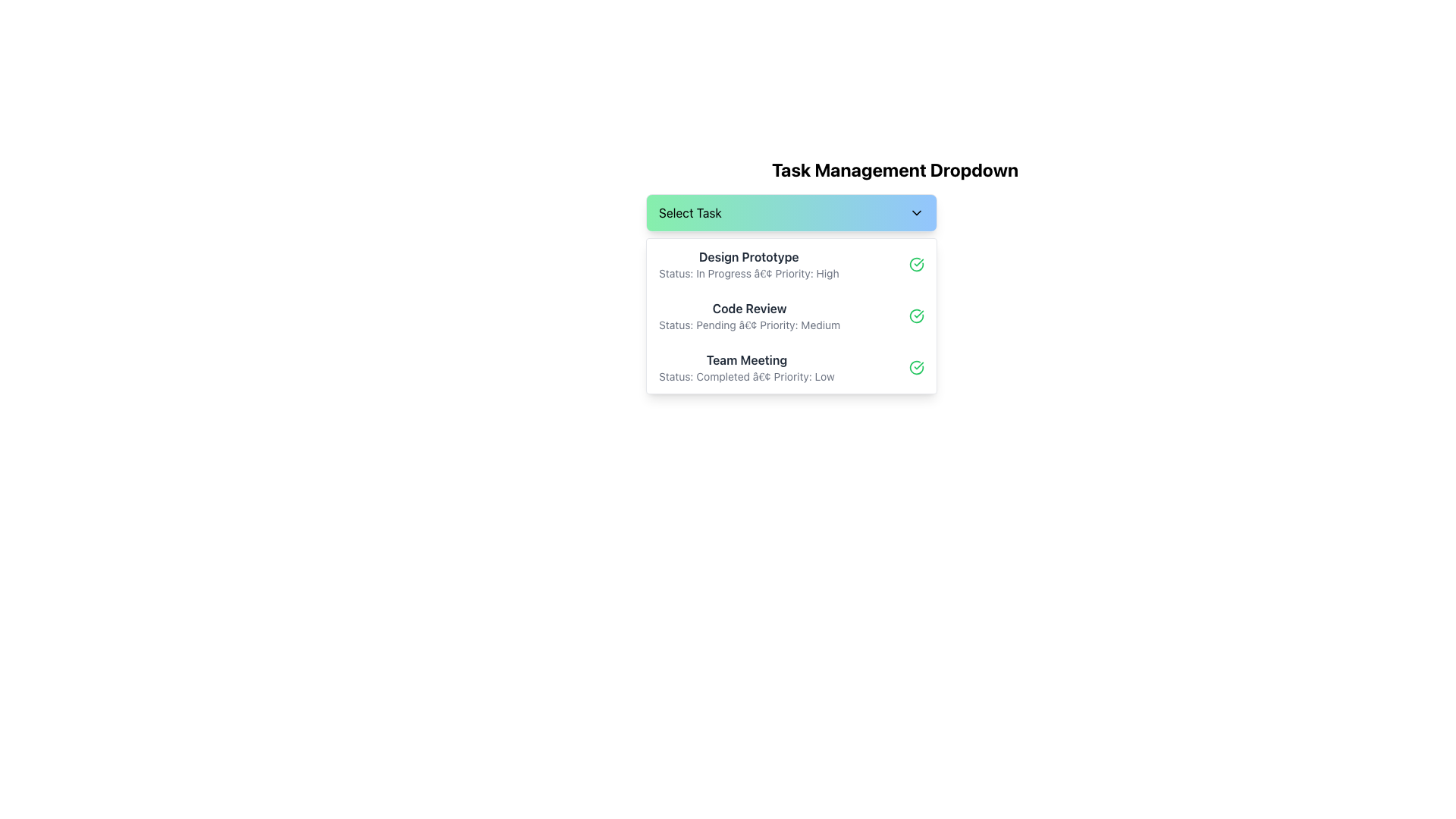 The image size is (1456, 819). Describe the element at coordinates (916, 213) in the screenshot. I see `the chevron icon located at the right edge of the 'Select Task' button` at that location.